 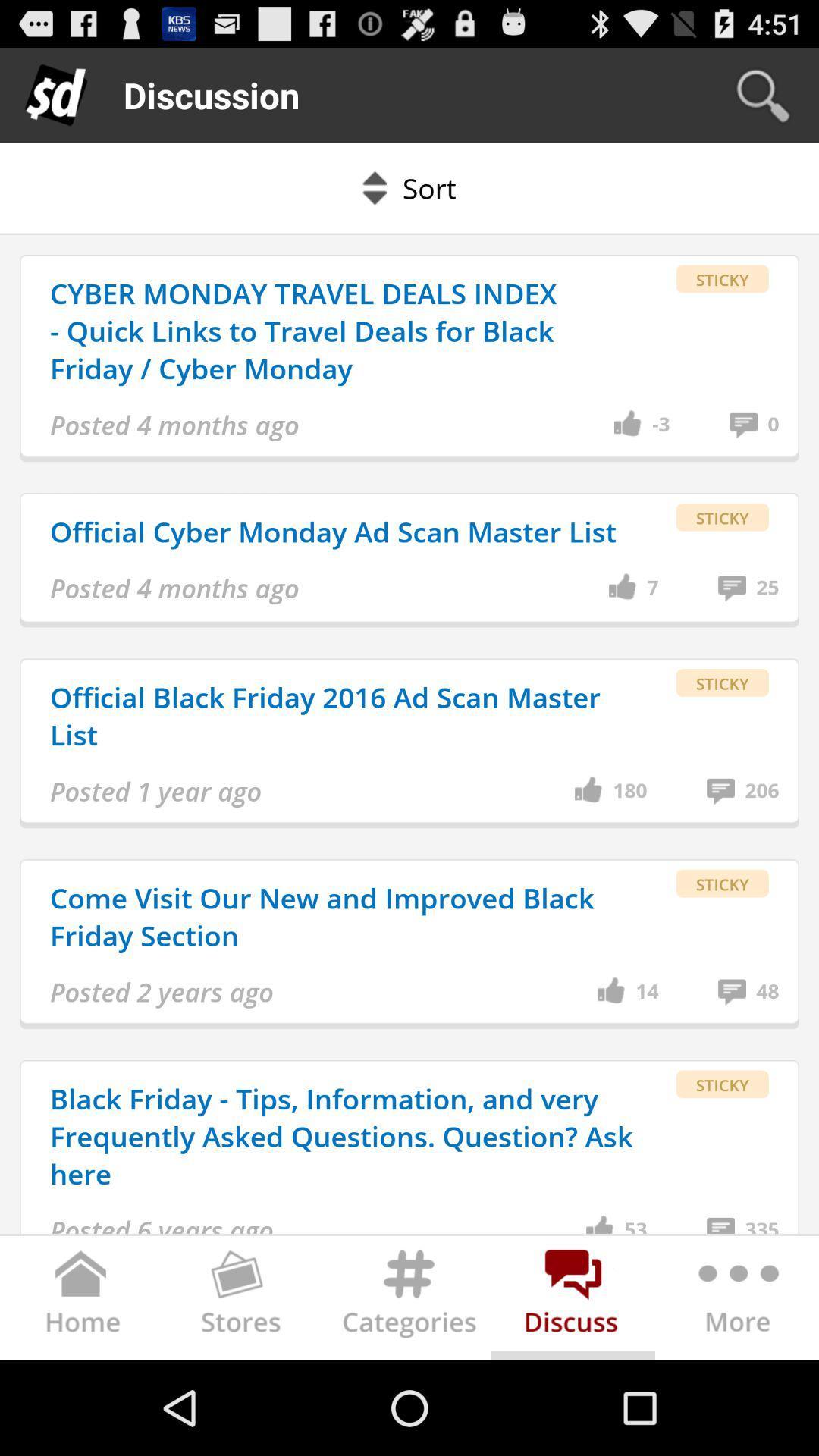 I want to click on the message bar, so click(x=573, y=1301).